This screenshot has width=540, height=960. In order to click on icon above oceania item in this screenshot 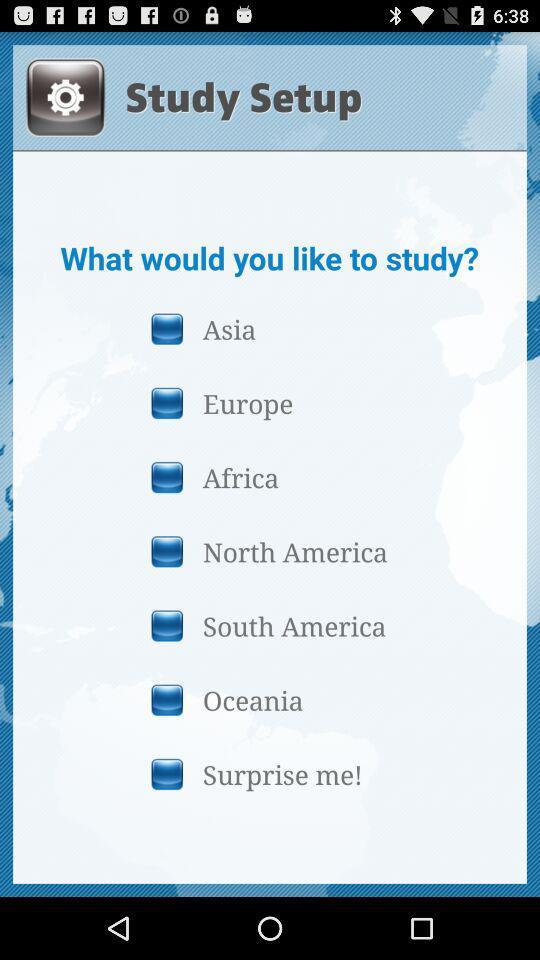, I will do `click(269, 624)`.